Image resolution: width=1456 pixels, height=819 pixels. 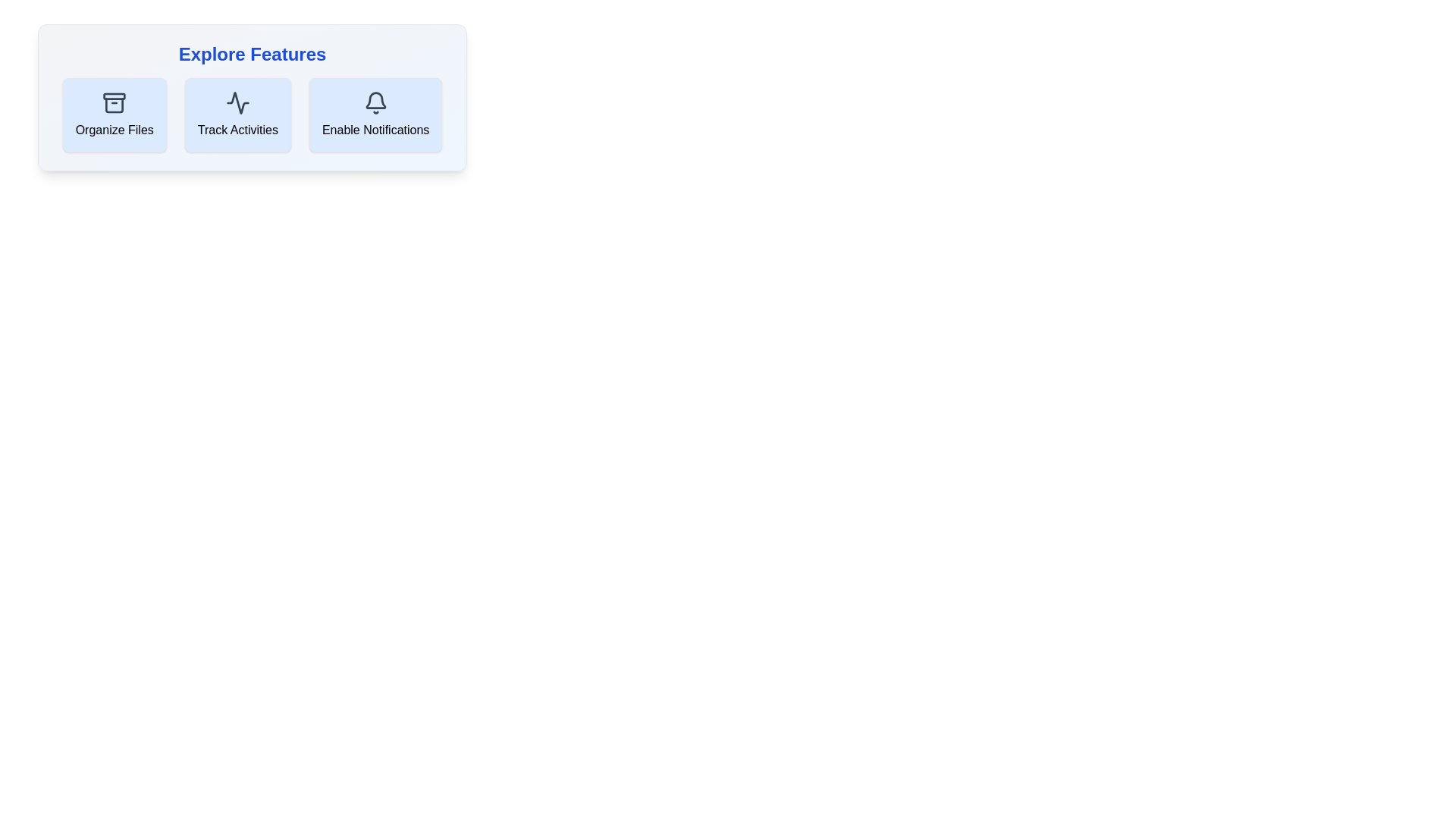 What do you see at coordinates (114, 105) in the screenshot?
I see `the main body of the archive box icon located in the 'Explore Features' section at the top center of the interface` at bounding box center [114, 105].